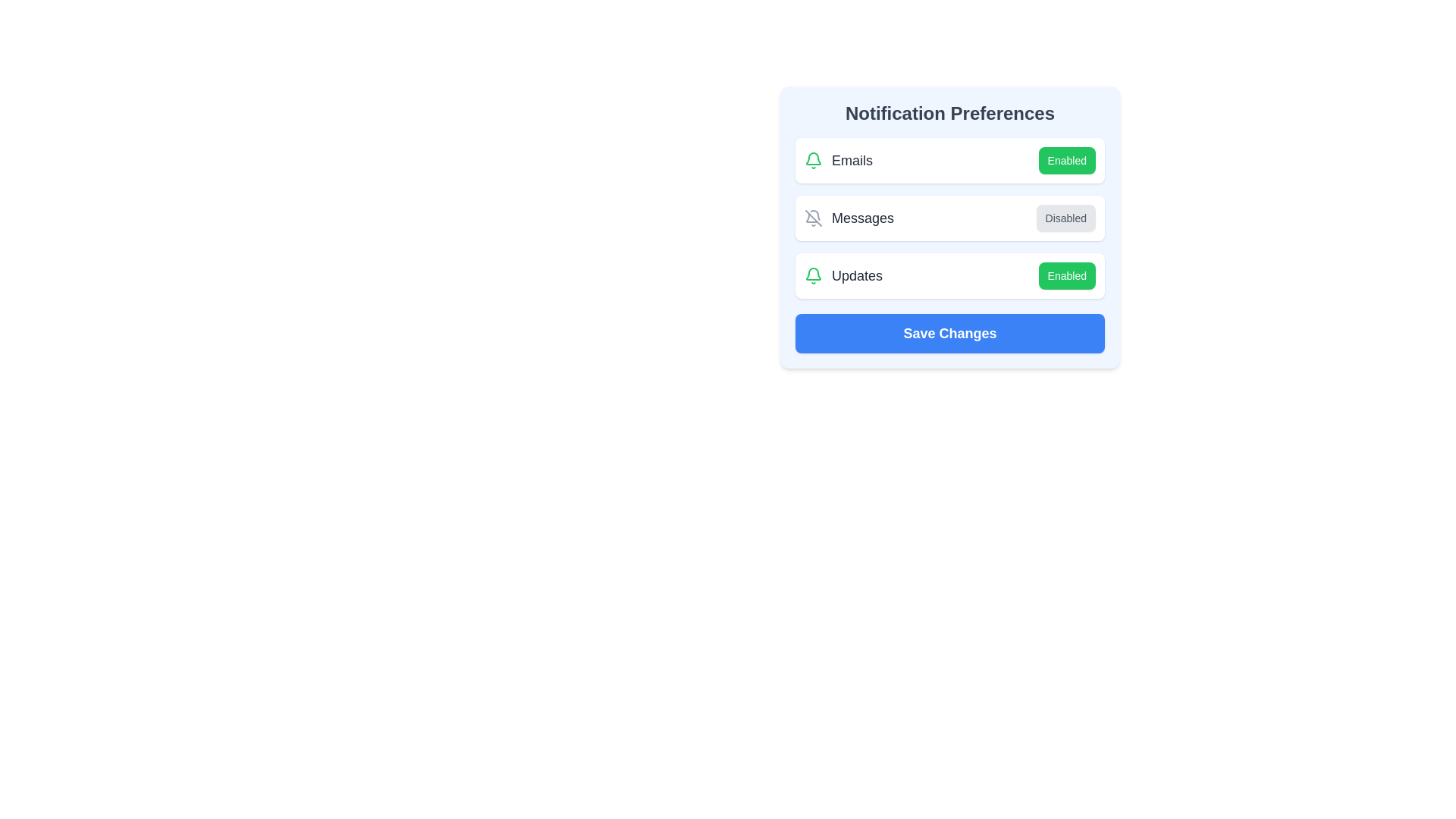 This screenshot has width=1456, height=819. Describe the element at coordinates (949, 332) in the screenshot. I see `the 'Save Changes' button to save the current notification preferences` at that location.